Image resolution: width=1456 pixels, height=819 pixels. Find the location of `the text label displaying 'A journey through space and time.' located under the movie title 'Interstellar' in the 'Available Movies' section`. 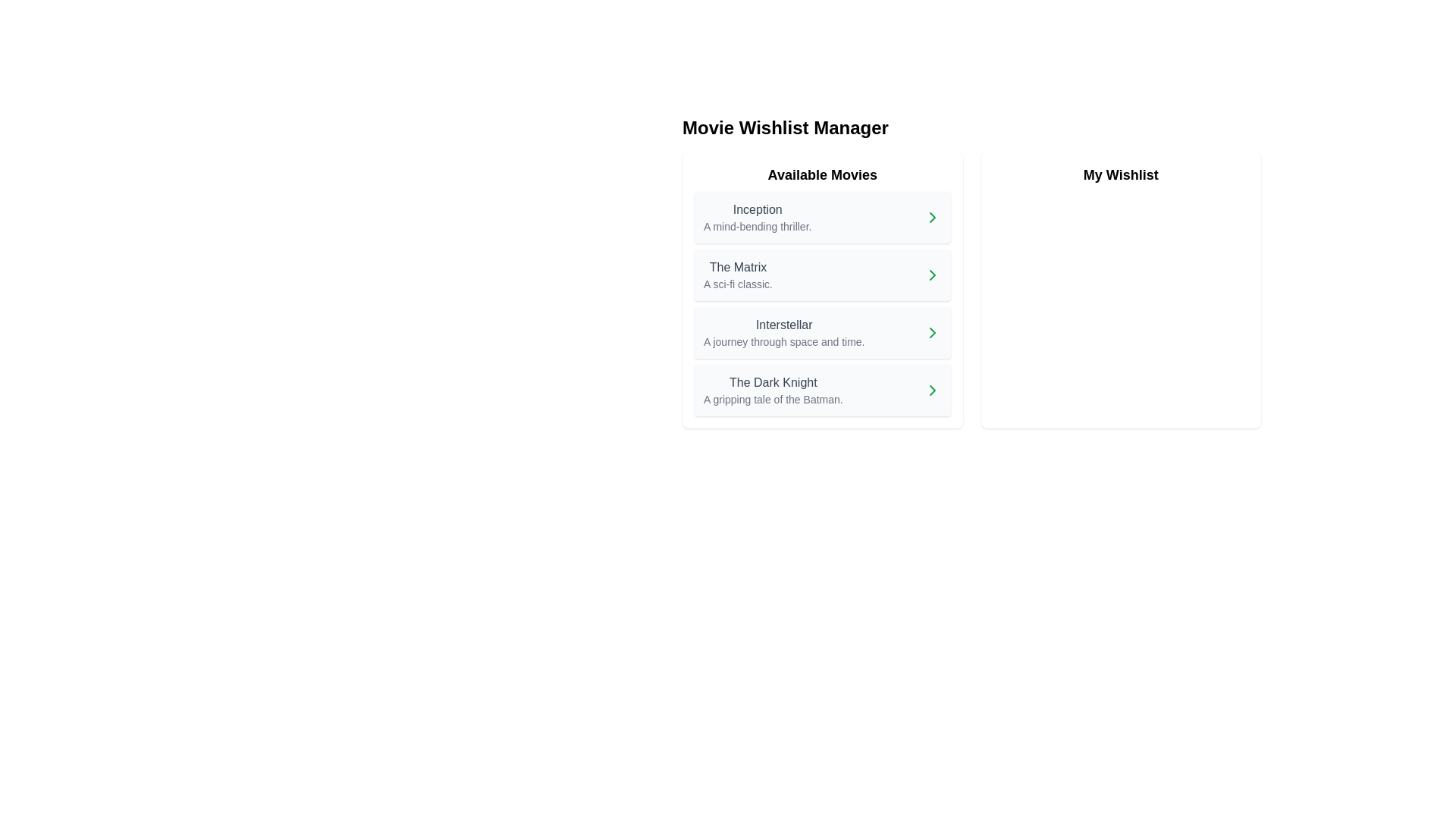

the text label displaying 'A journey through space and time.' located under the movie title 'Interstellar' in the 'Available Movies' section is located at coordinates (784, 342).